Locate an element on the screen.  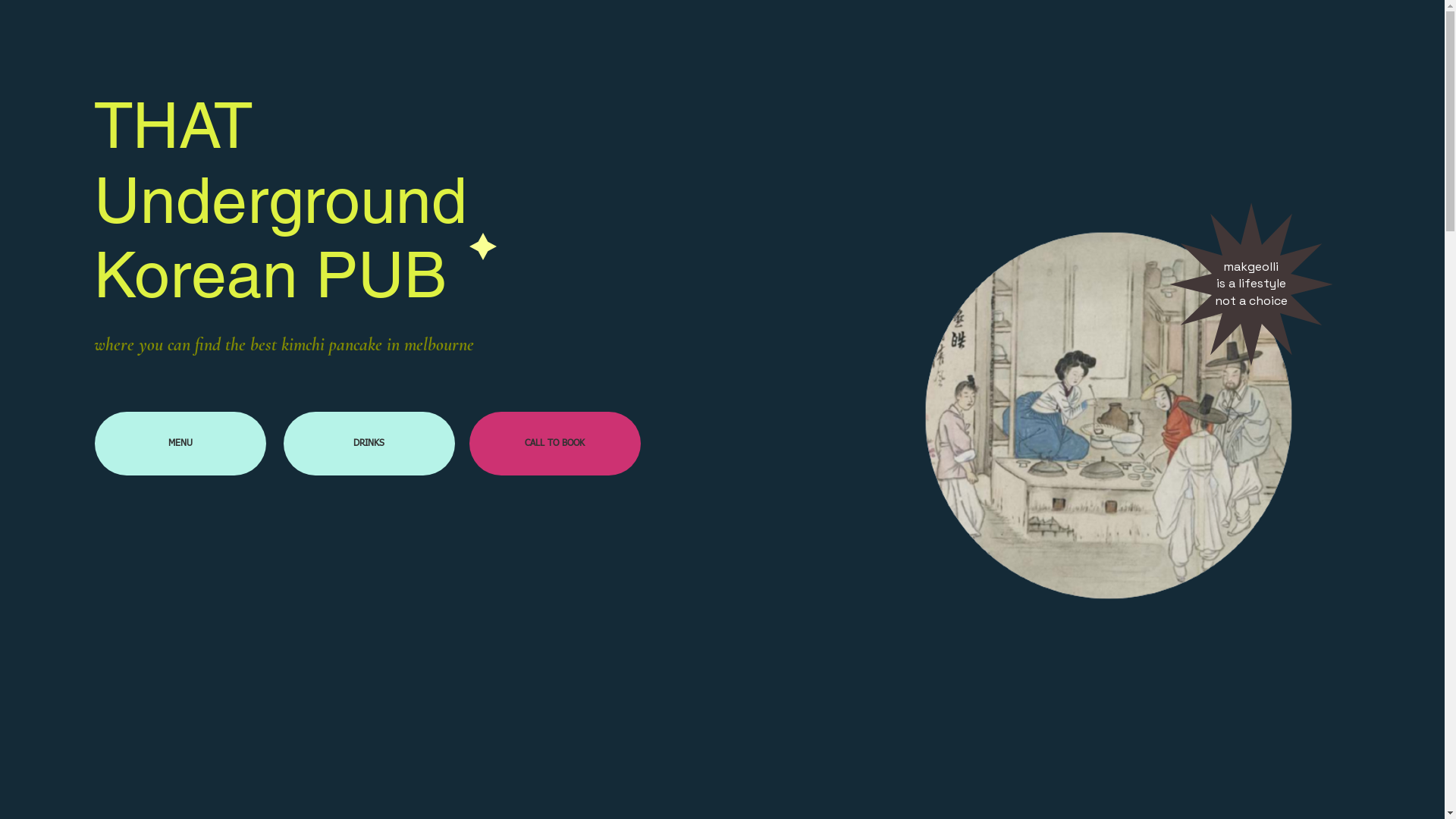
'DRINKS' is located at coordinates (369, 444).